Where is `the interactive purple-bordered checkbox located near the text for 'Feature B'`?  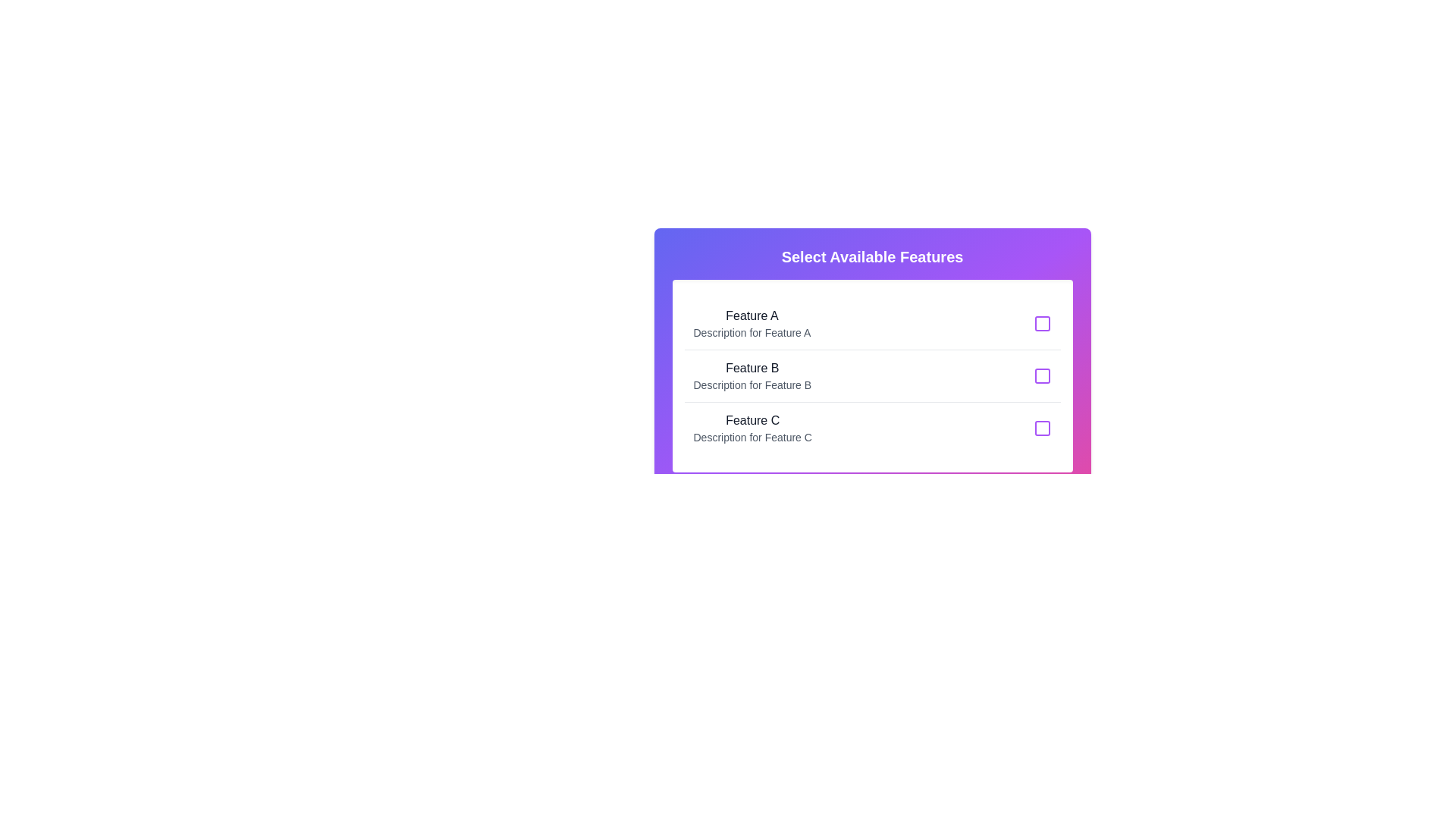 the interactive purple-bordered checkbox located near the text for 'Feature B' is located at coordinates (1041, 375).